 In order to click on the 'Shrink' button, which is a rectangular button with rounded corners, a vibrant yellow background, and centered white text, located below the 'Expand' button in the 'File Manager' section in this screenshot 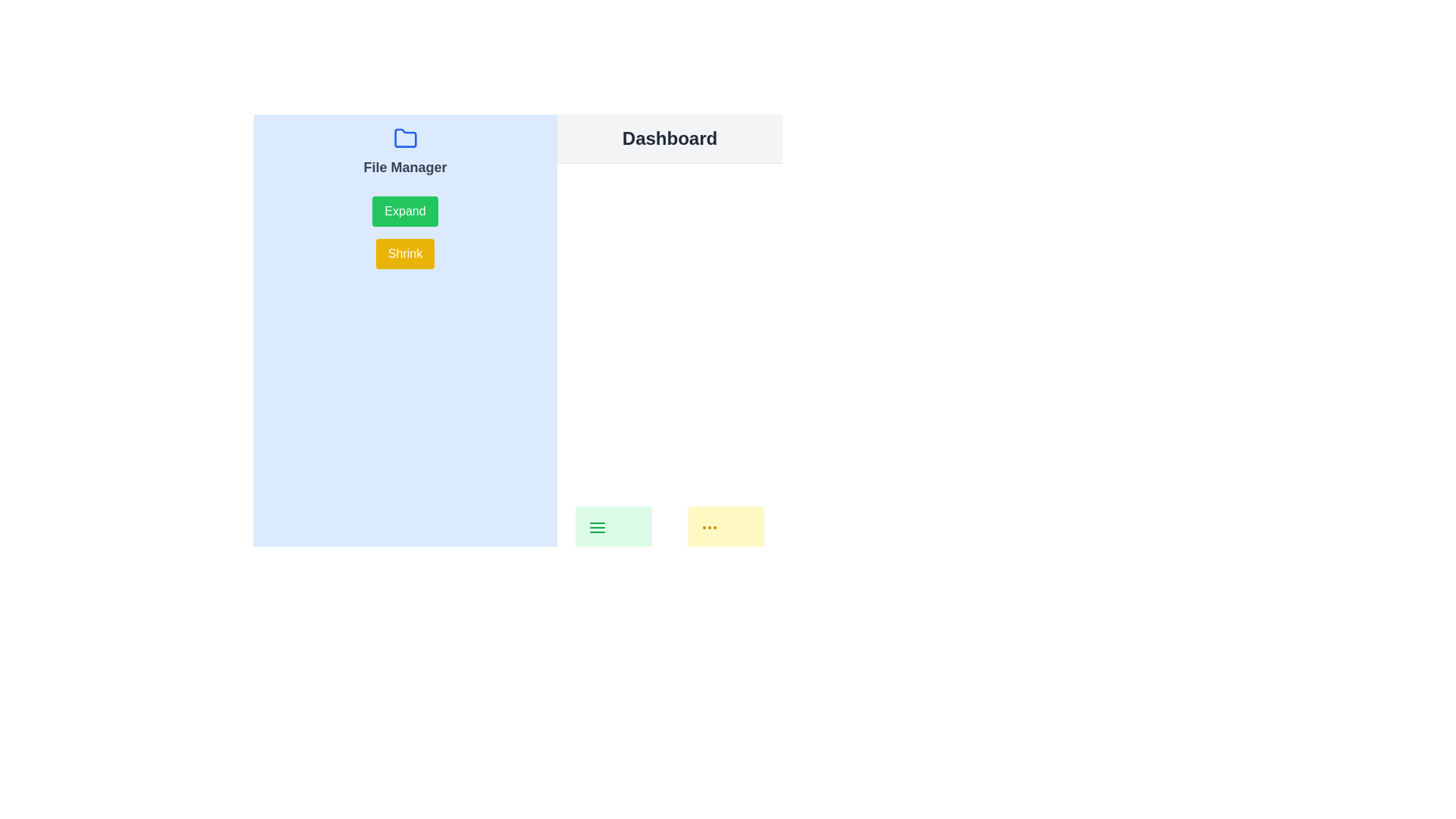, I will do `click(405, 253)`.